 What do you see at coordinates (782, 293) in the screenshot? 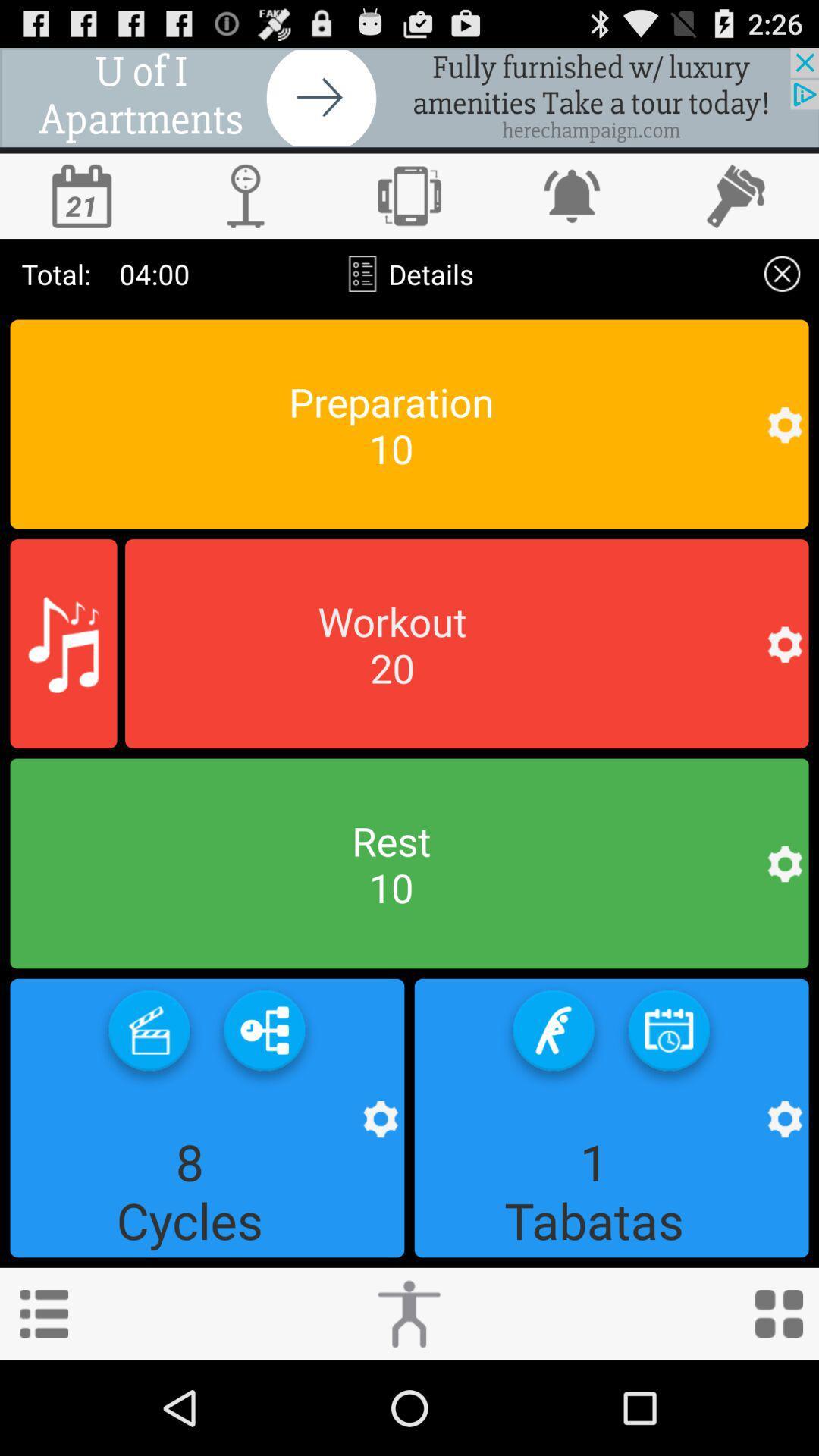
I see `the close icon` at bounding box center [782, 293].